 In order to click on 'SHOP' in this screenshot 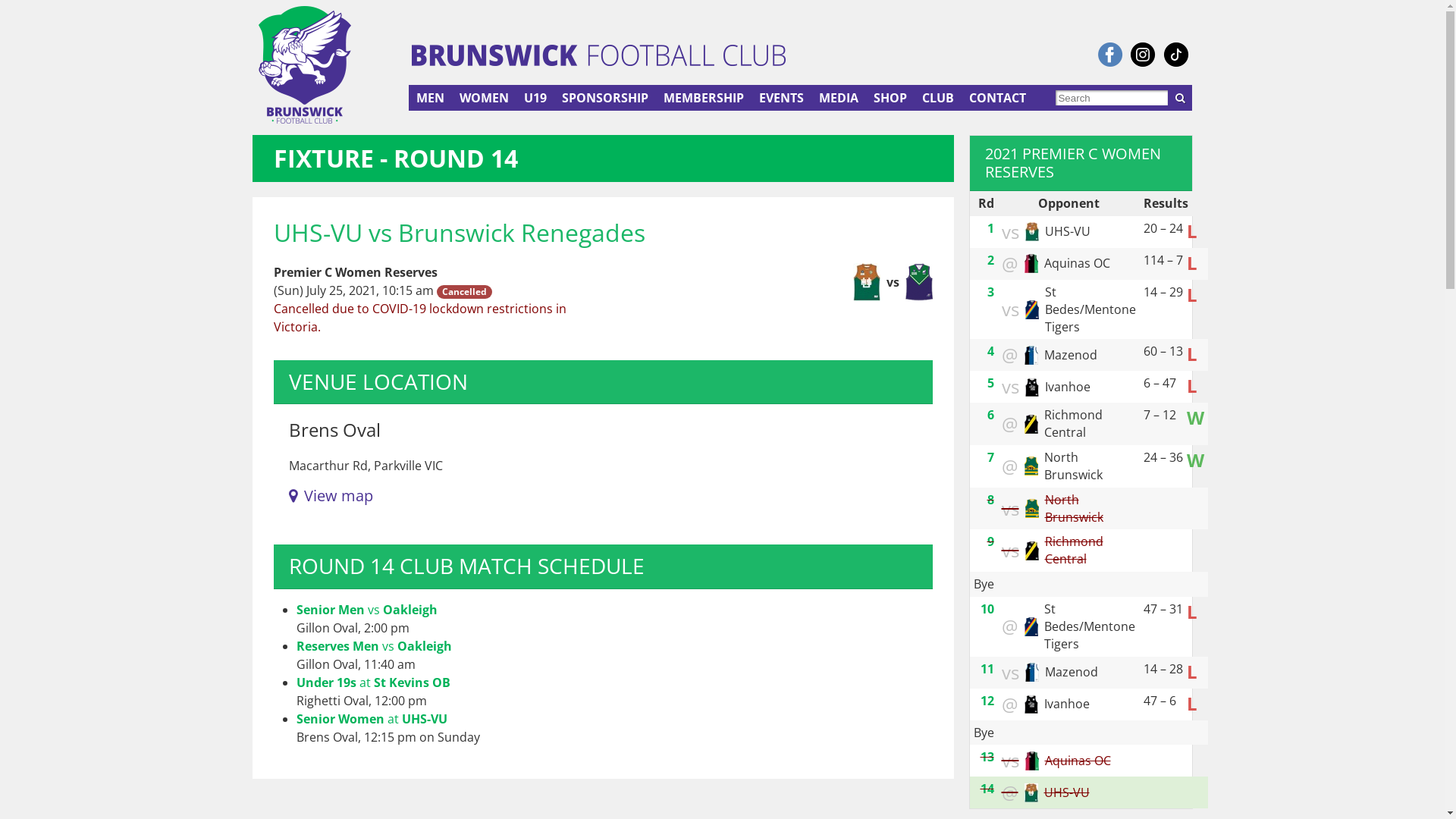, I will do `click(890, 97)`.